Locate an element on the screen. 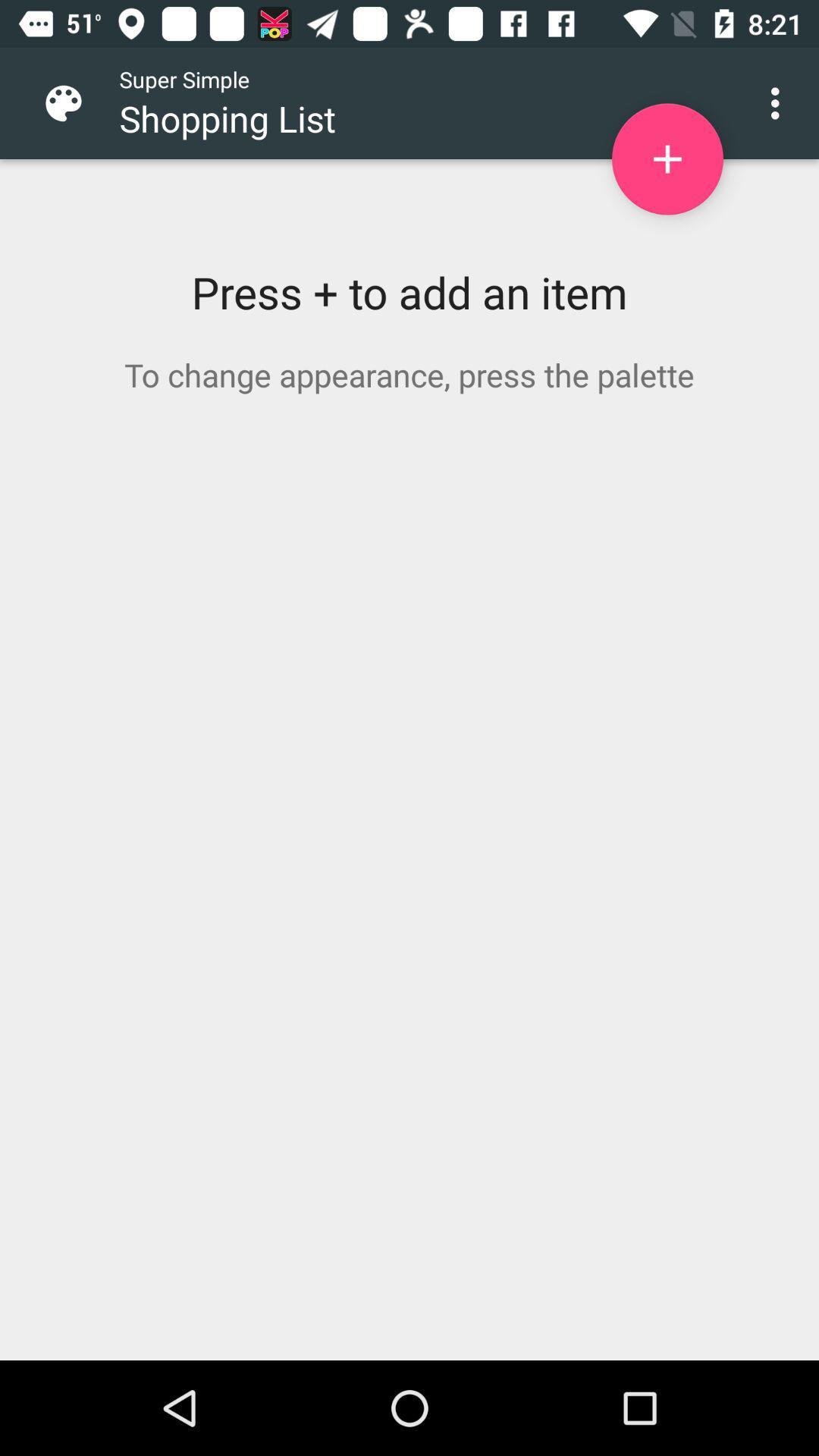 The width and height of the screenshot is (819, 1456). an item is located at coordinates (667, 159).